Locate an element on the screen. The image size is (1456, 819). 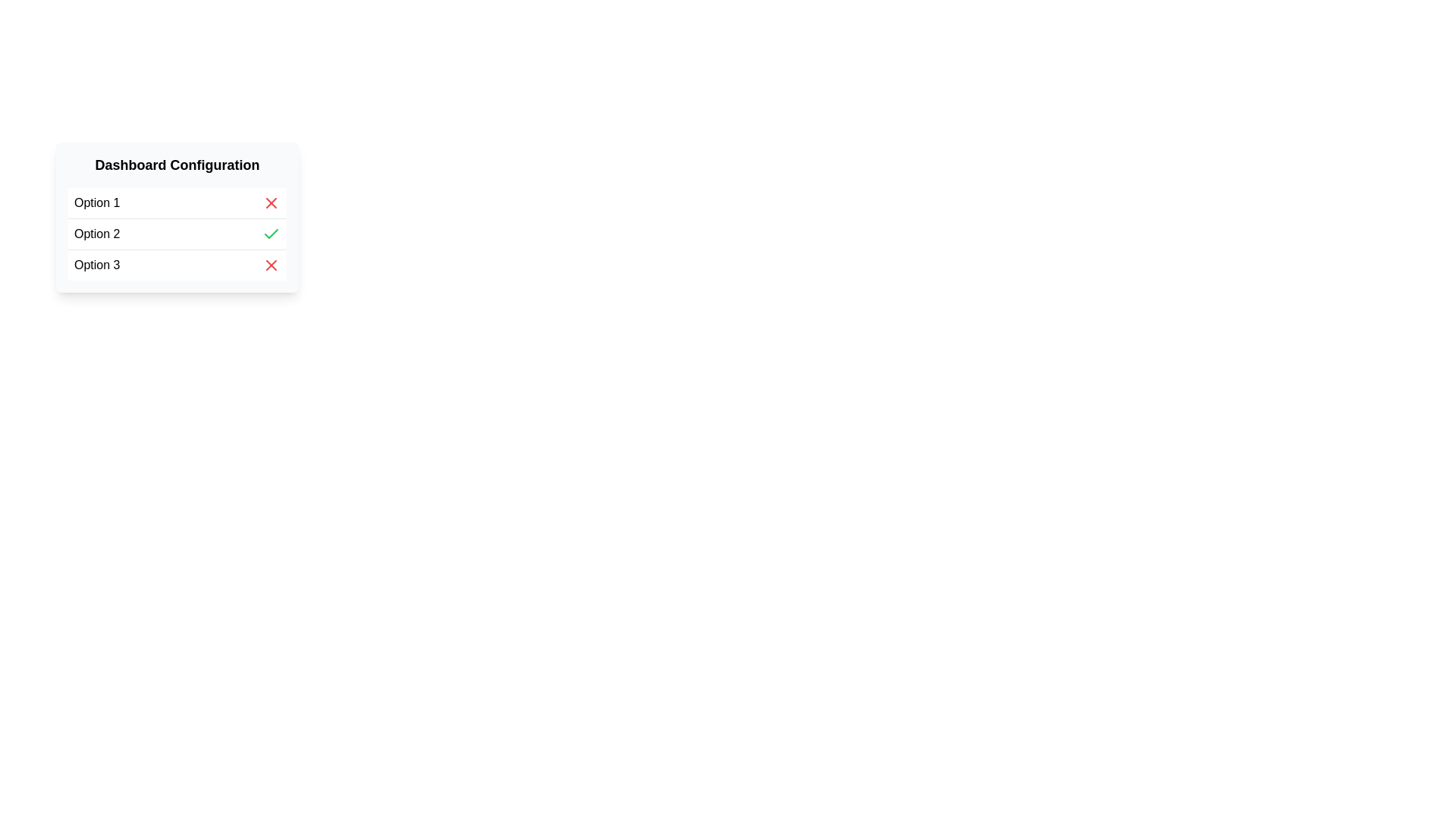
the text label displaying 'Option 1', which is the first item in a structured list with a black font on a white background is located at coordinates (96, 202).